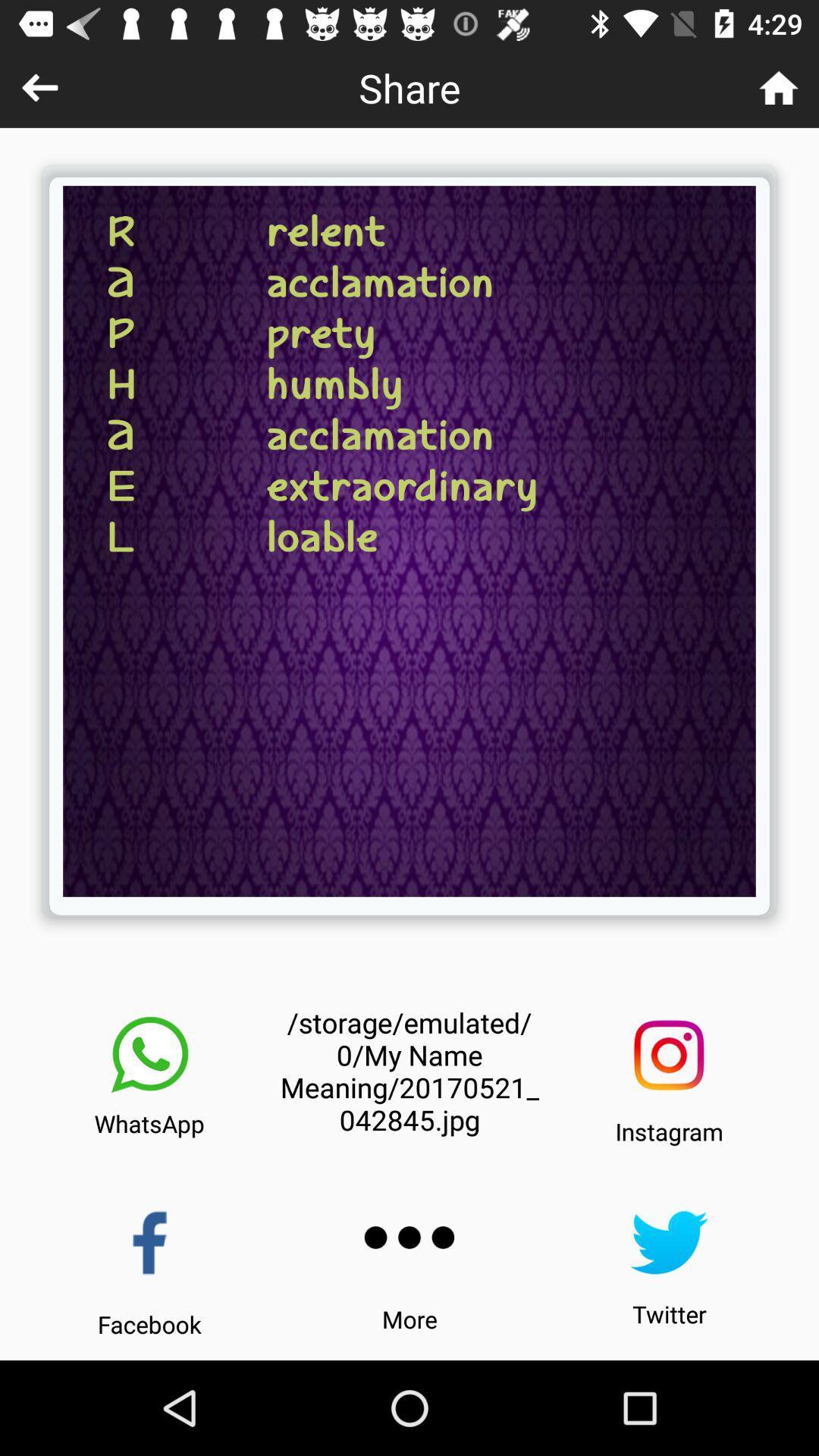 The width and height of the screenshot is (819, 1456). I want to click on home screen, so click(779, 86).